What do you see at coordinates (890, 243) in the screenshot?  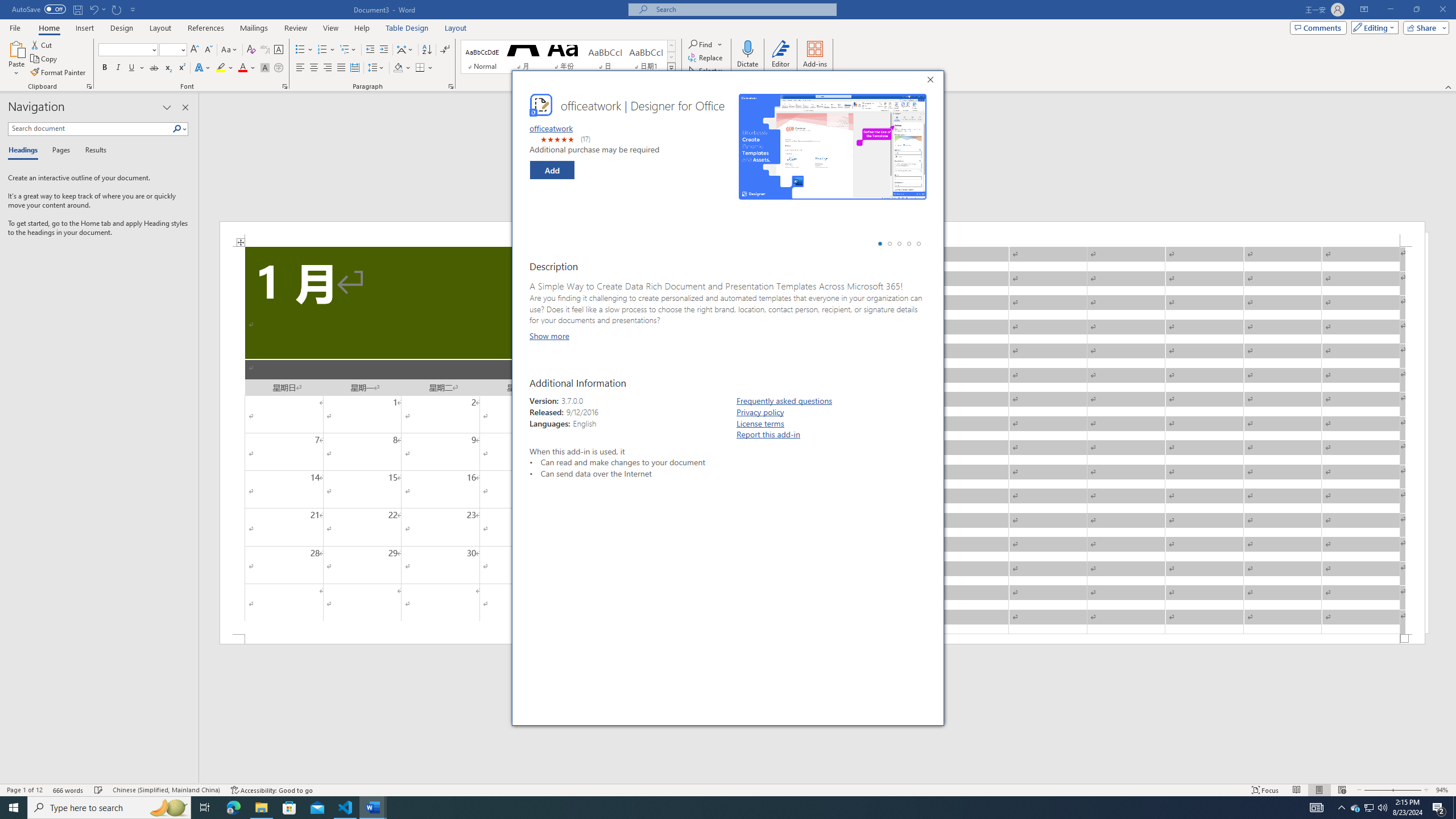 I see `'Go to screenshot 2'` at bounding box center [890, 243].